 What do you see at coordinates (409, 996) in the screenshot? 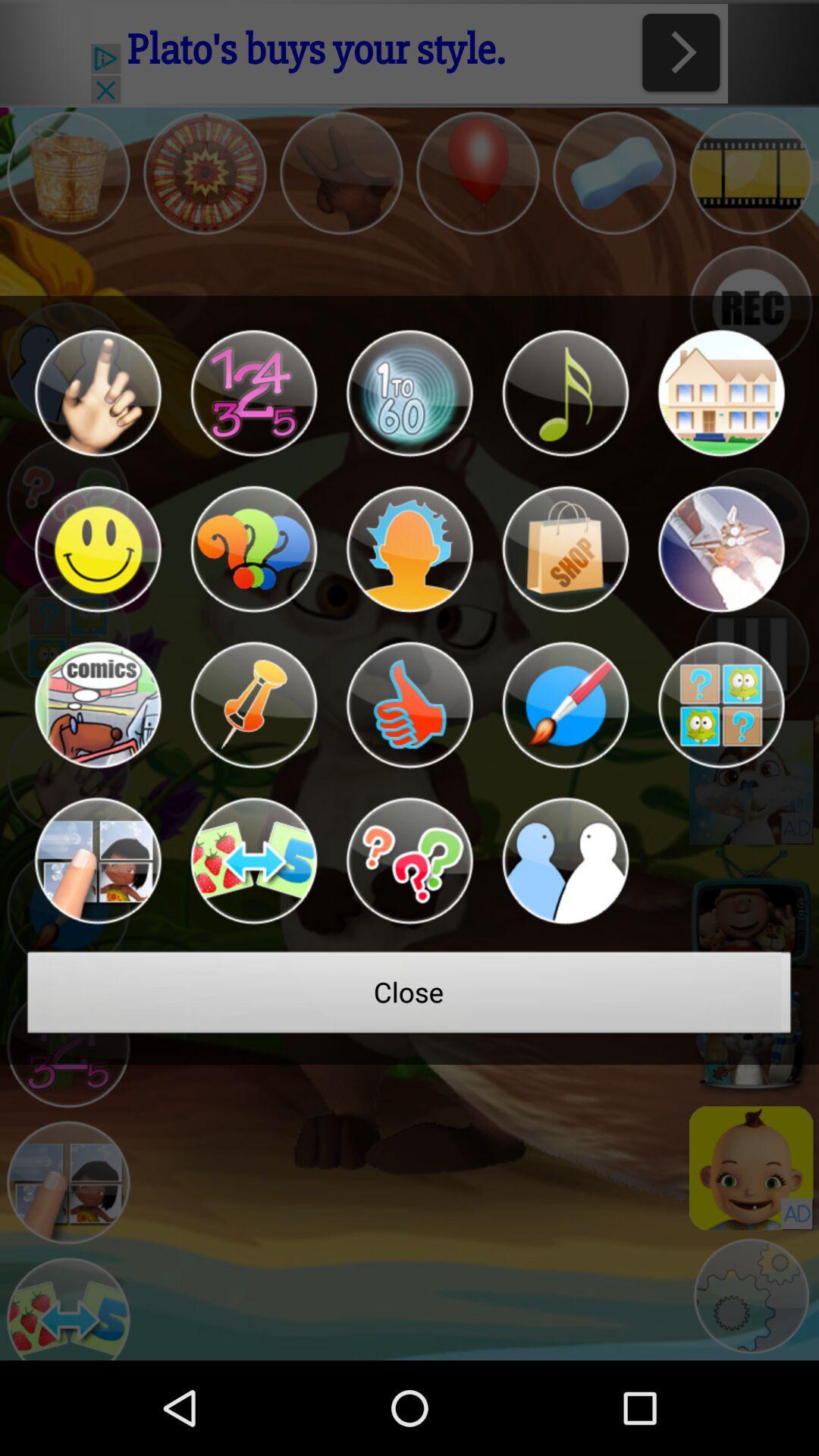
I see `the close icon` at bounding box center [409, 996].